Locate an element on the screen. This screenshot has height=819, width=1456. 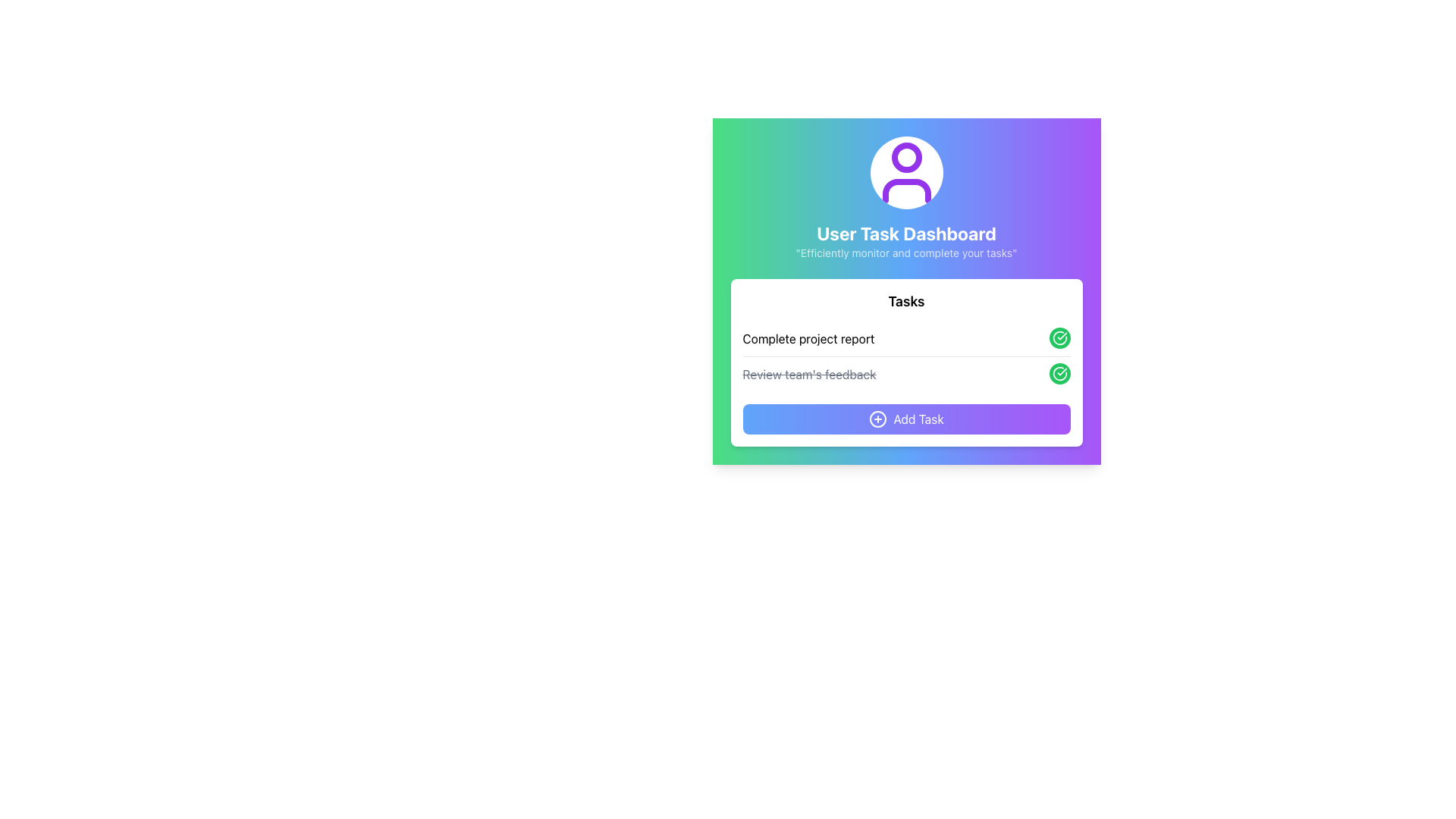
the circular green icon with a white checkmark indicating completion, located next to the task 'Review team’s feedback' is located at coordinates (1059, 337).